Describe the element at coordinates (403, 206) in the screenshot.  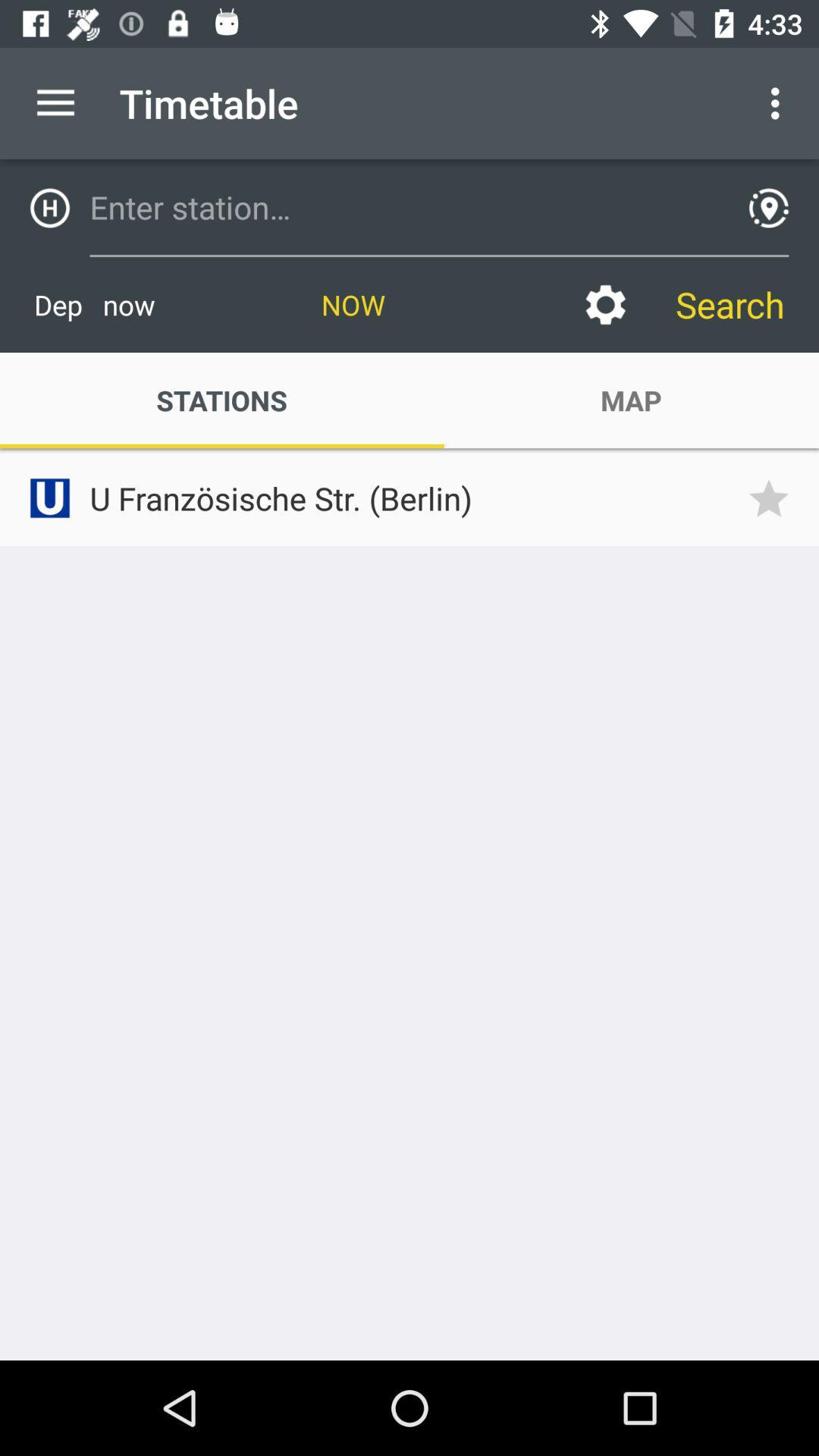
I see `station search box` at that location.